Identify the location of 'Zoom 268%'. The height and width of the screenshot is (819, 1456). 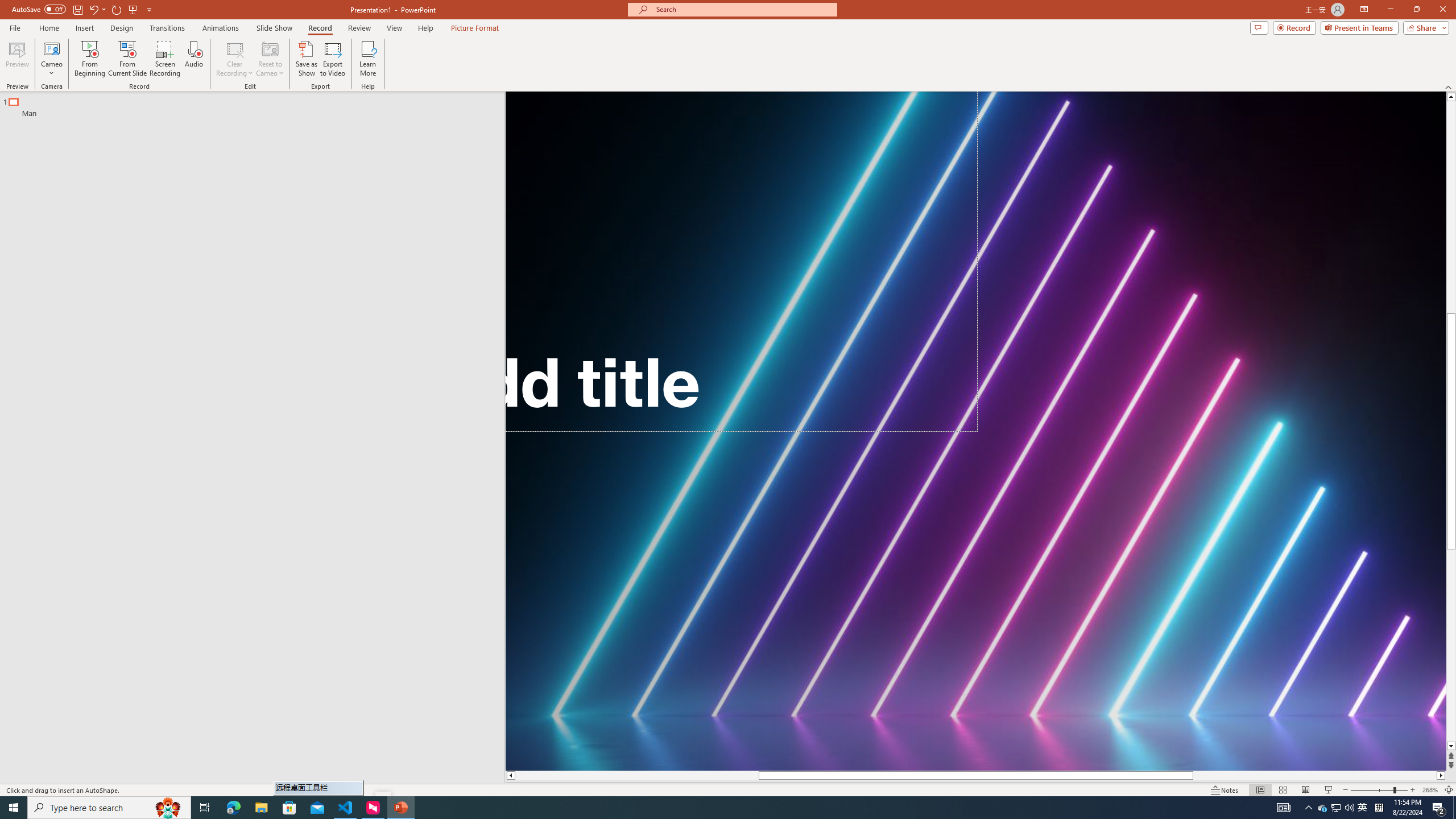
(1430, 790).